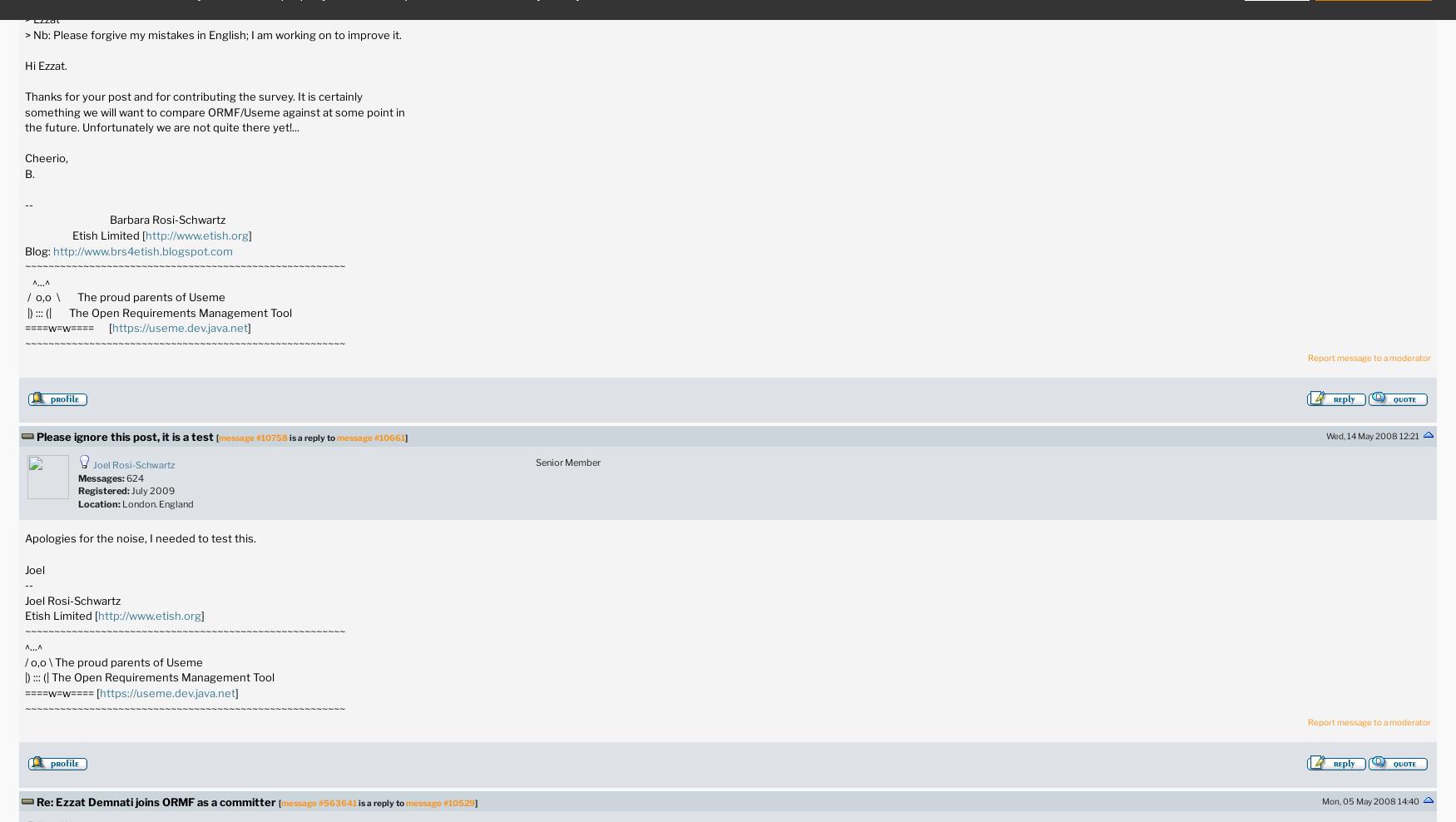 The image size is (1456, 822). I want to click on '====w=w====      [', so click(62, 692).